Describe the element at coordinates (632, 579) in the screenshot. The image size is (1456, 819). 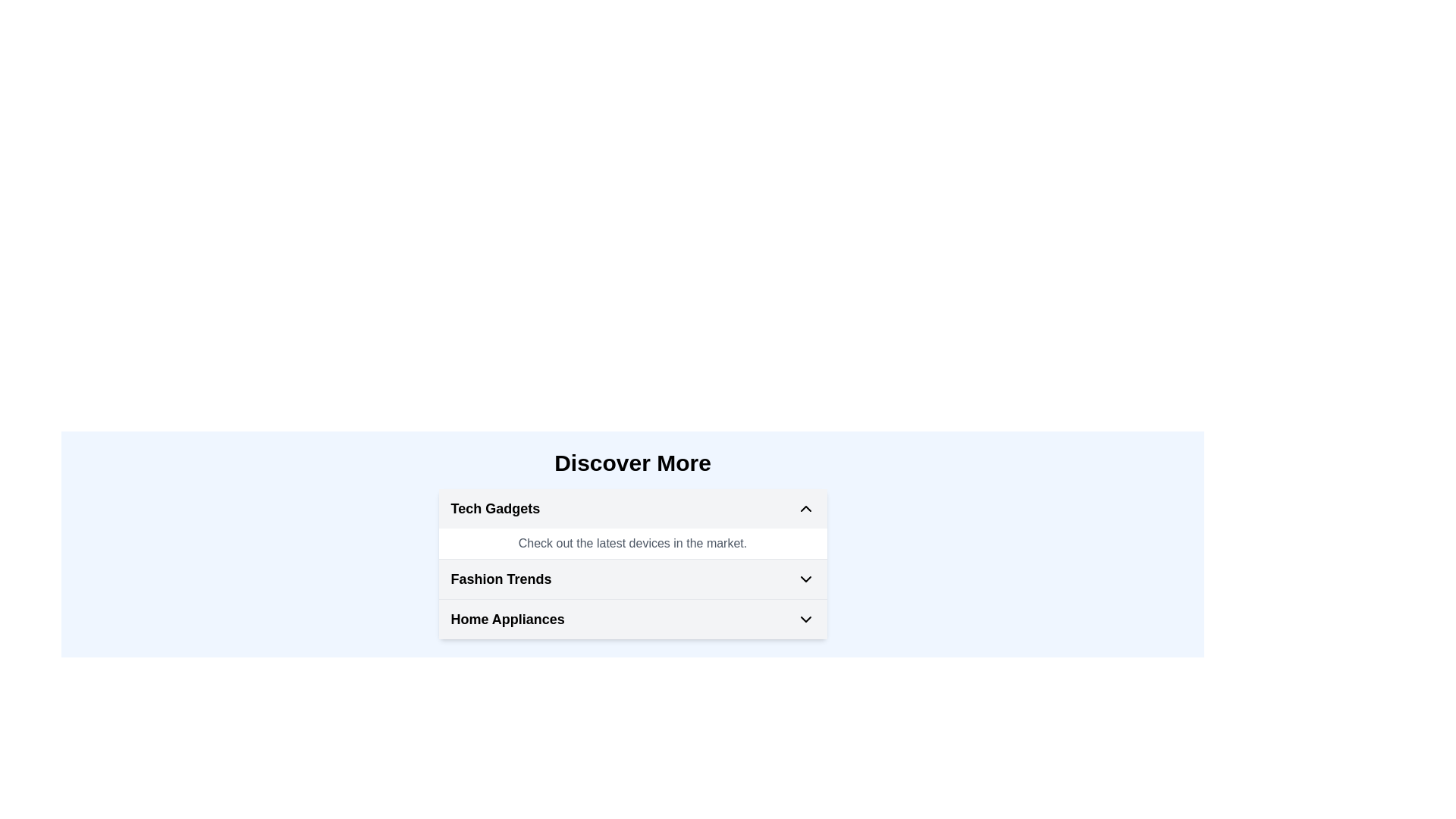
I see `the 'Fashion Trends' interactive list item` at that location.